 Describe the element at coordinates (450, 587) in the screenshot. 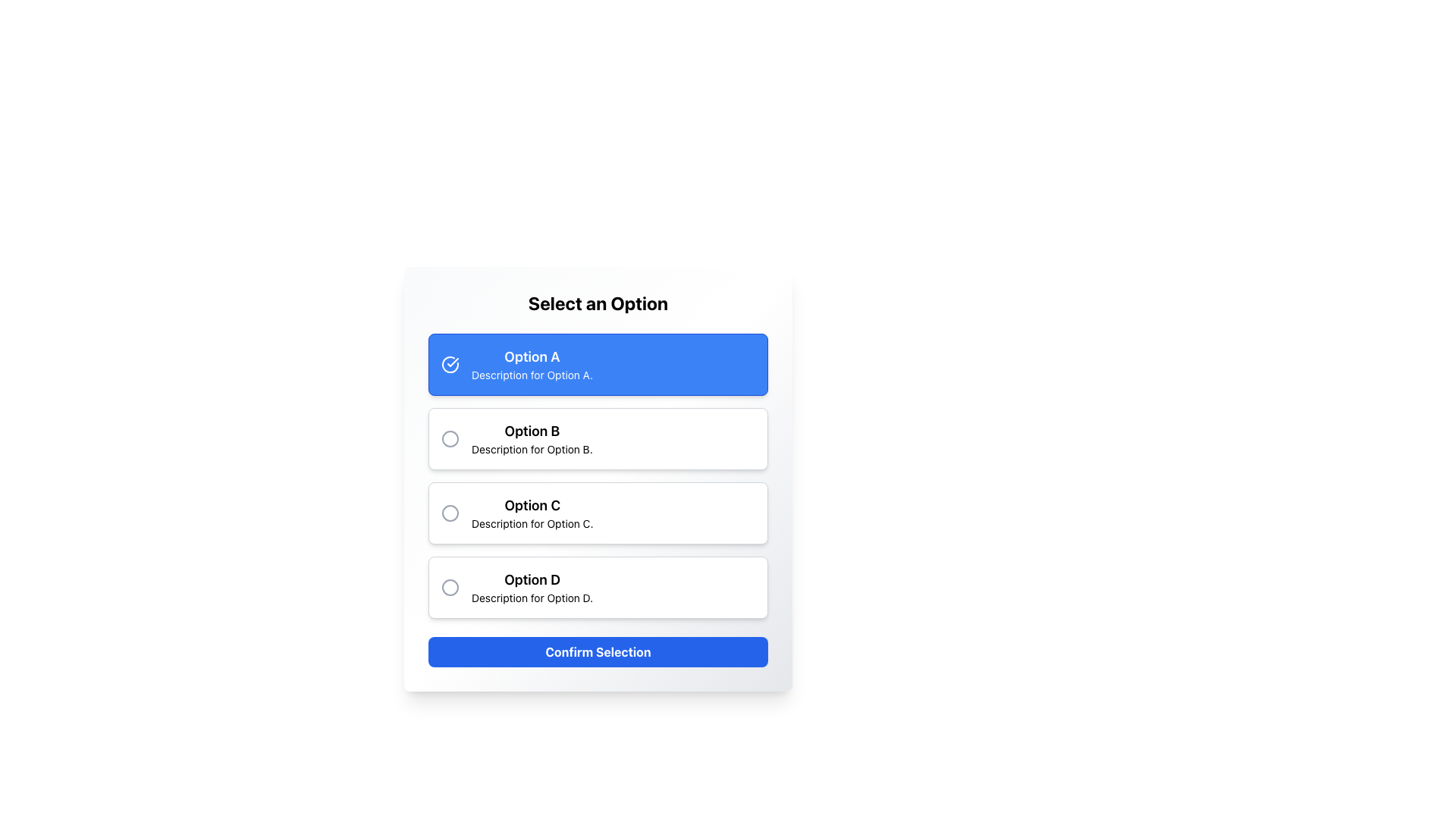

I see `the circular radio button with a gray stroke located to the left of the 'Option D' text` at that location.